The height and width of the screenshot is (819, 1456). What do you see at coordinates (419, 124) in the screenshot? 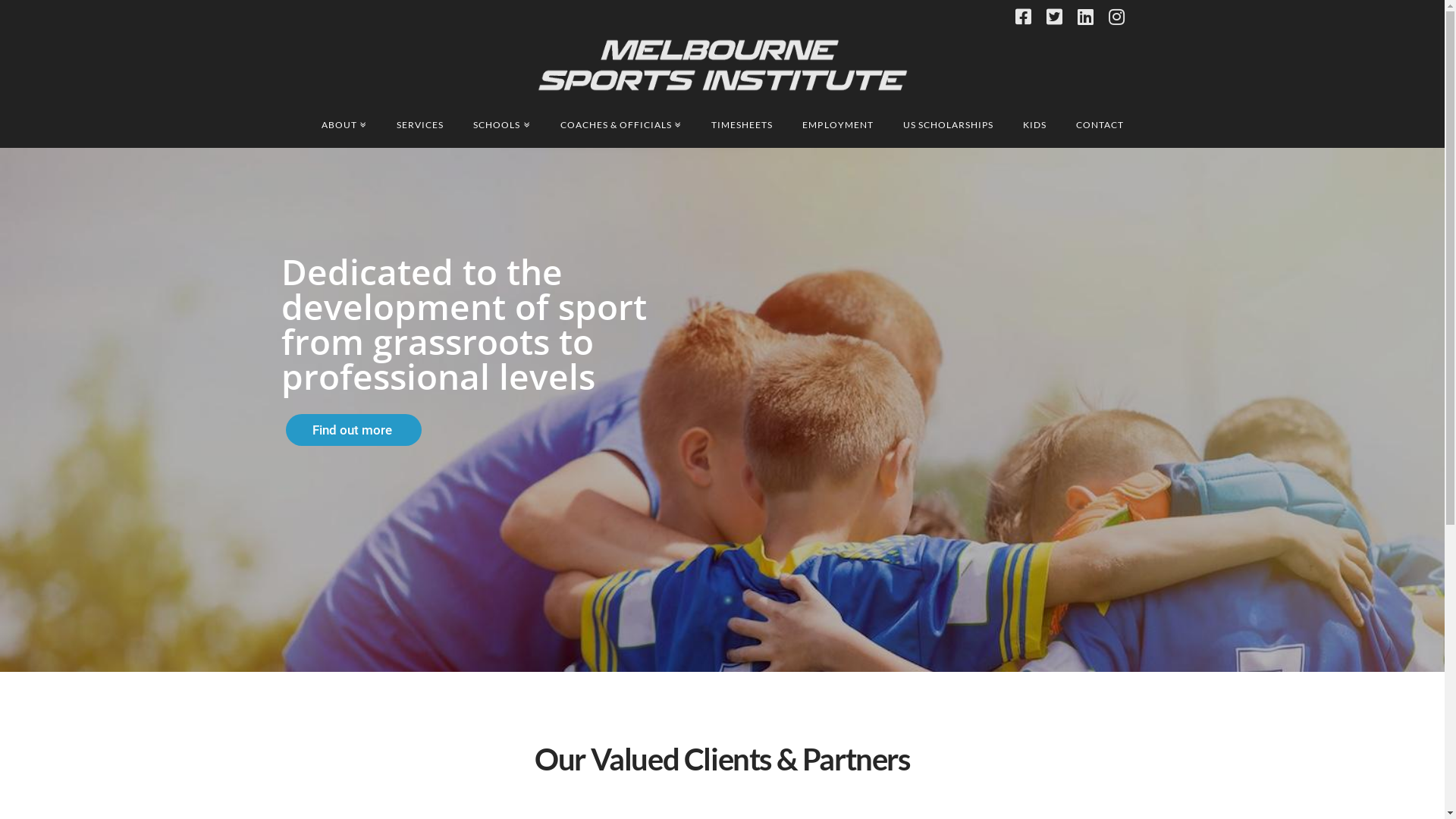
I see `'SERVICES'` at bounding box center [419, 124].